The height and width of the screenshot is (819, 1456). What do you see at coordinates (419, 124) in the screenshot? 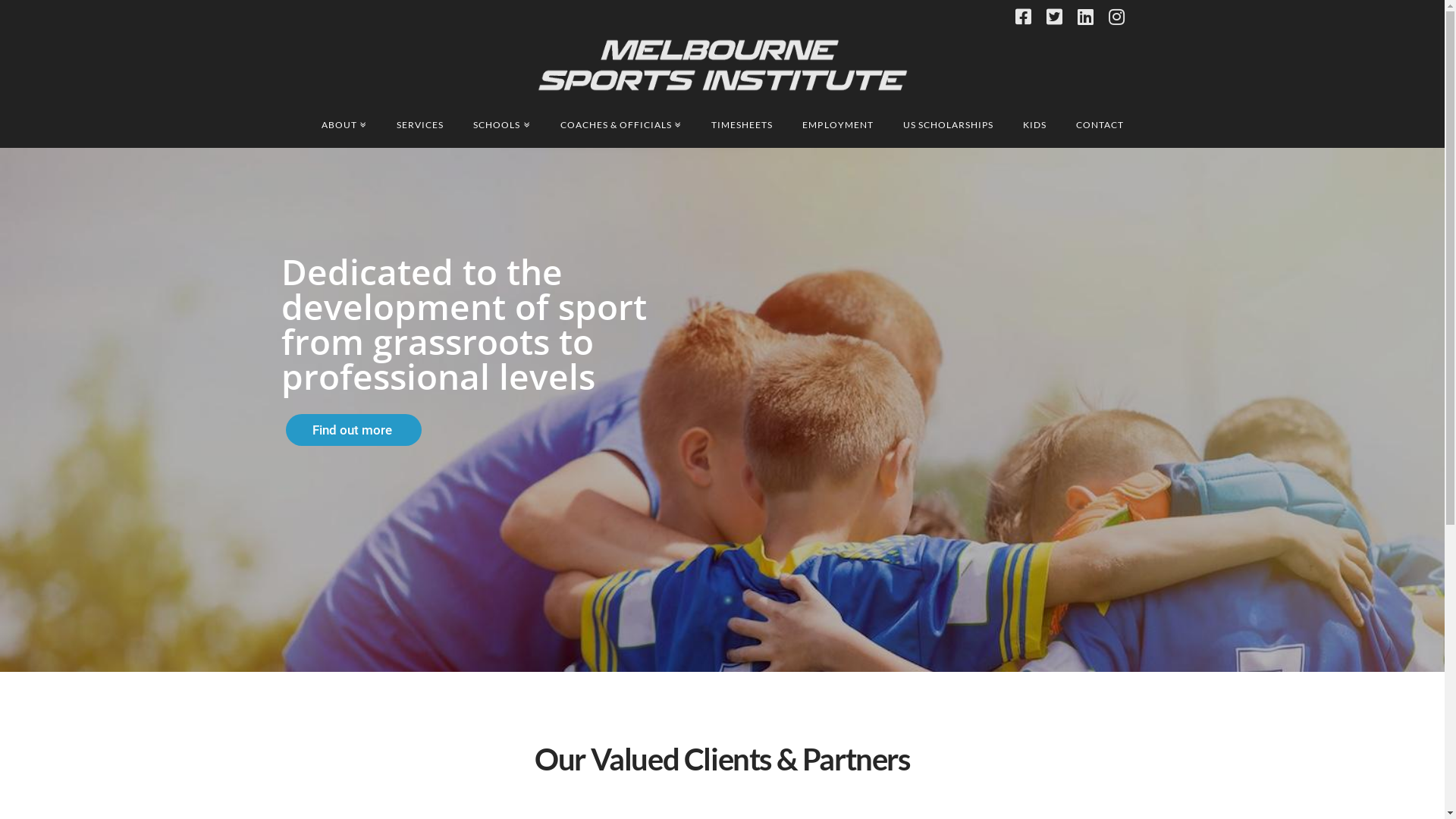
I see `'SERVICES'` at bounding box center [419, 124].